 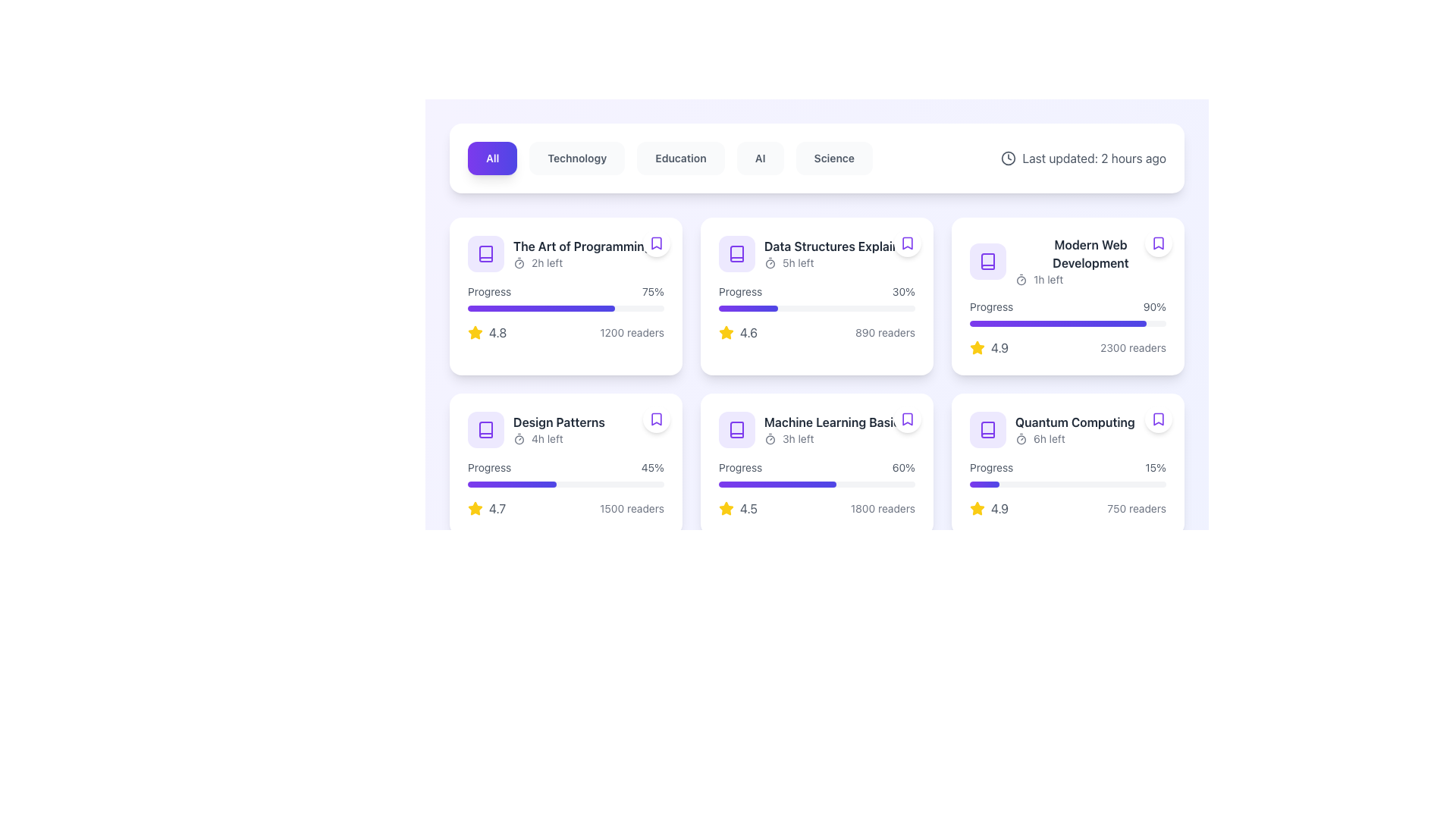 I want to click on the bookmark toggle button located at the top-right corner of the 'Data Structures Explained' card, so click(x=907, y=242).